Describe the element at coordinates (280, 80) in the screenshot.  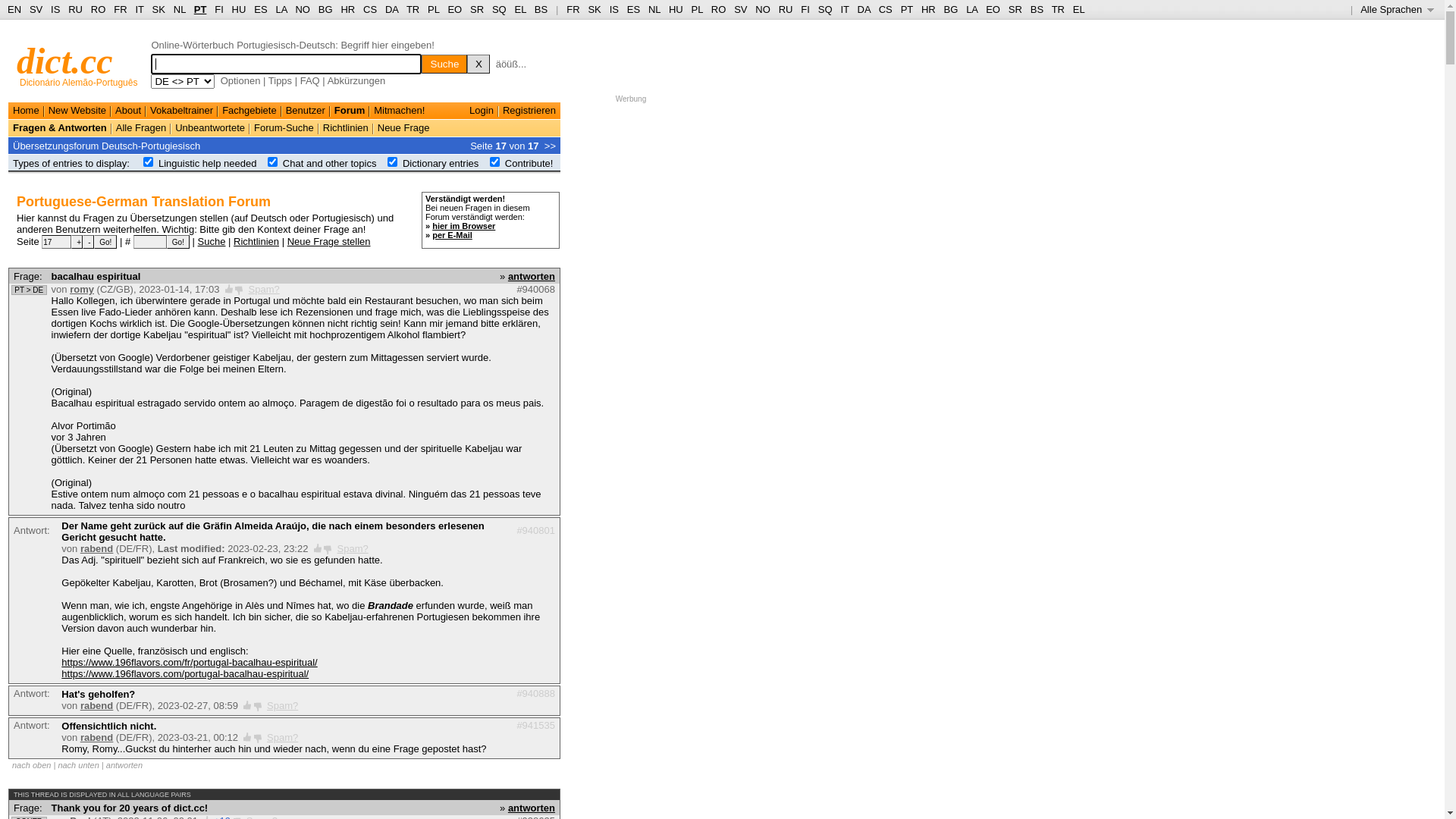
I see `'Tipps'` at that location.